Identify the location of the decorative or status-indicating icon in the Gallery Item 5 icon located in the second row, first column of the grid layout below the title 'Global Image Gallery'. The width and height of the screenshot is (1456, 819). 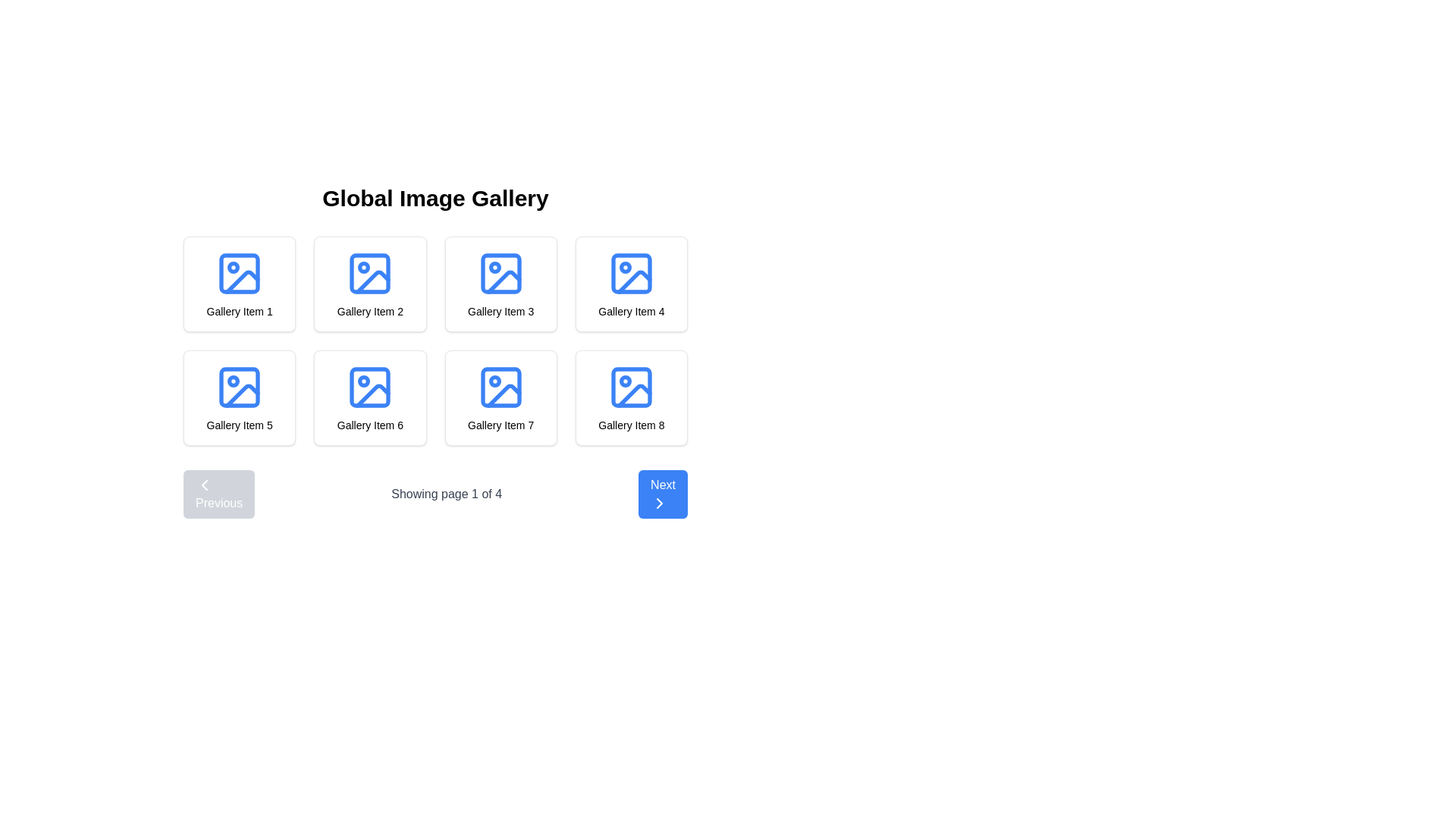
(233, 380).